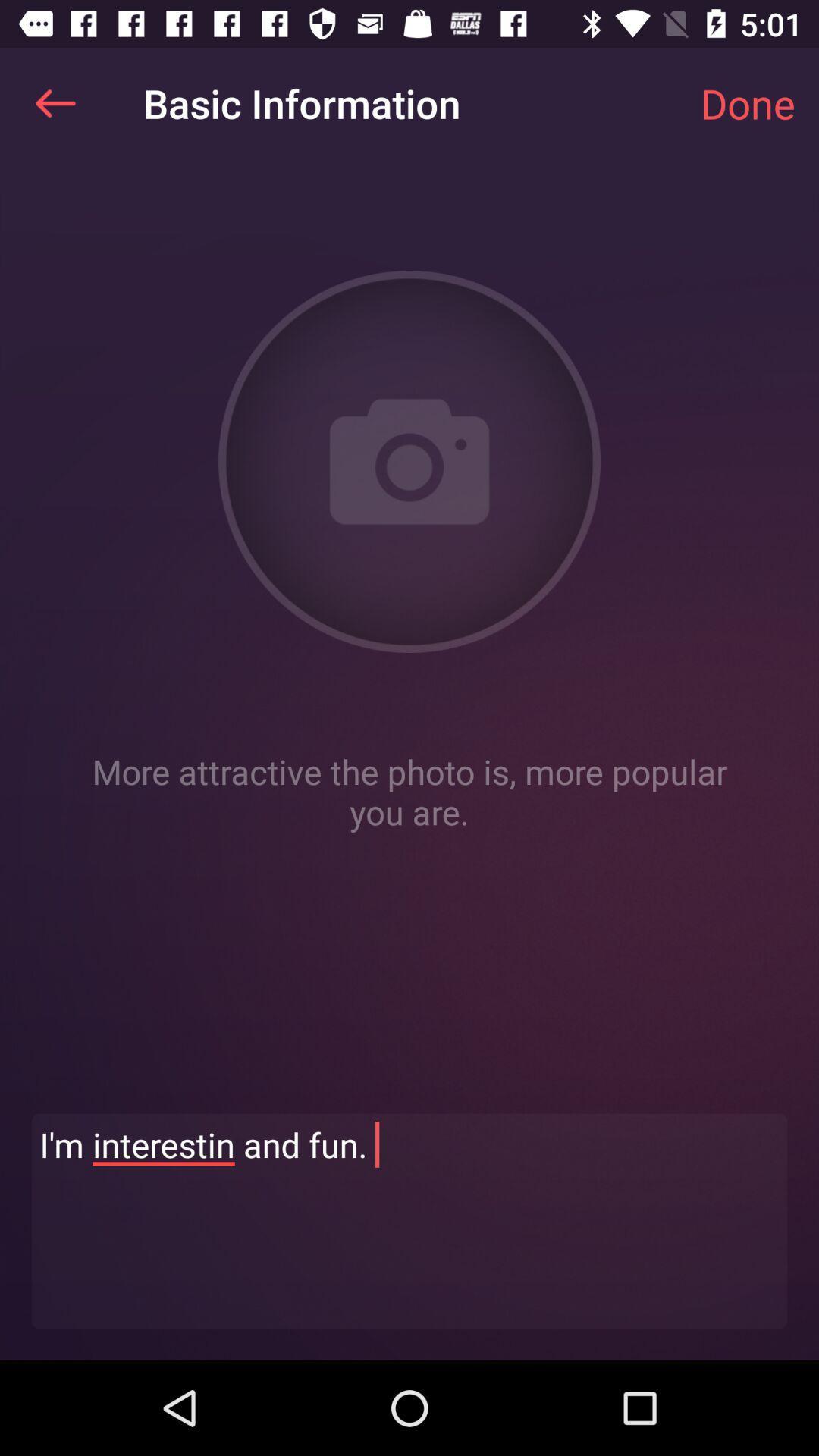  Describe the element at coordinates (55, 102) in the screenshot. I see `icon above the more attractive the` at that location.